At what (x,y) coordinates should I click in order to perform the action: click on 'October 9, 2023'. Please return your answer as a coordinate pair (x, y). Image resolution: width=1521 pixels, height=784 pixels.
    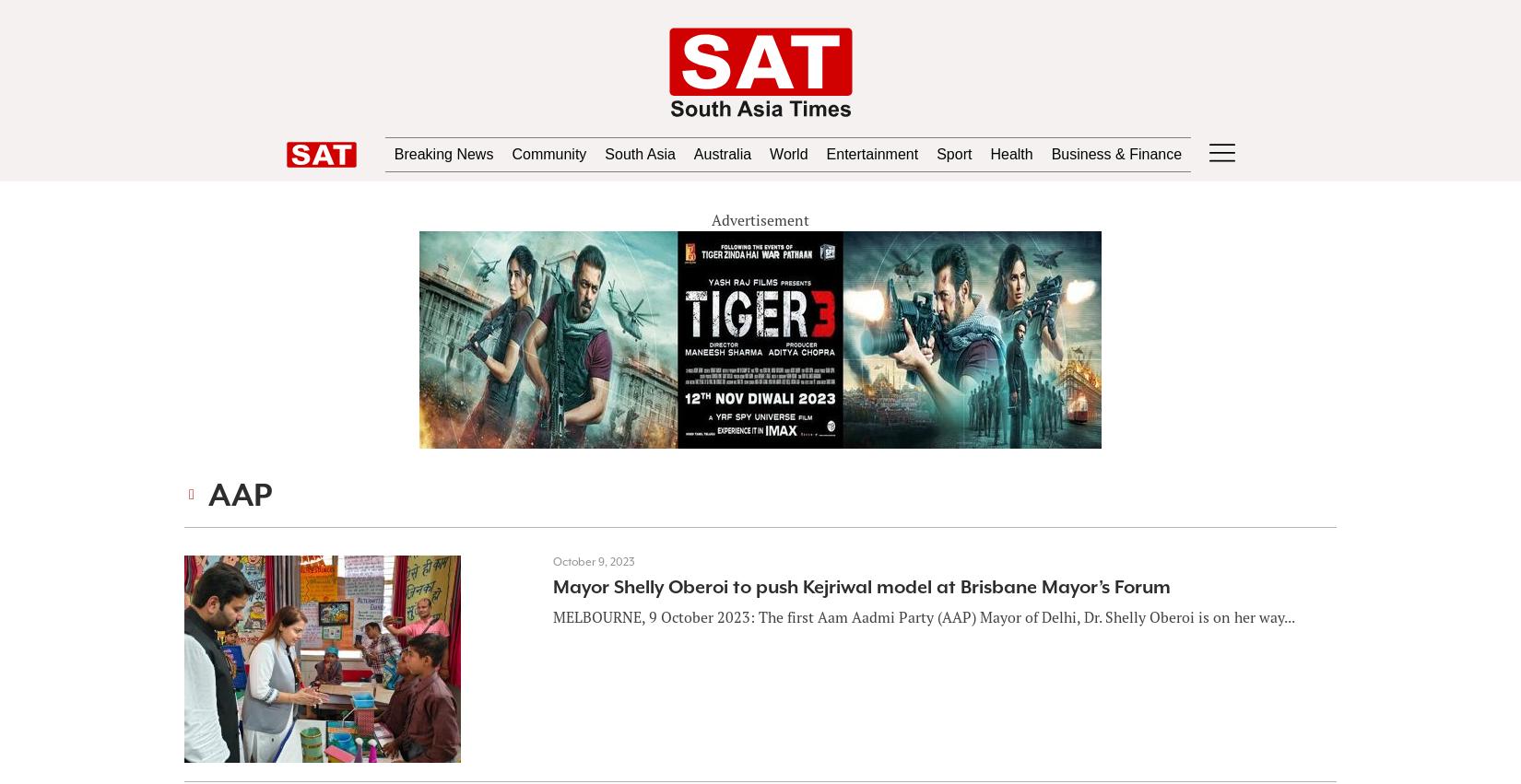
    Looking at the image, I should click on (592, 561).